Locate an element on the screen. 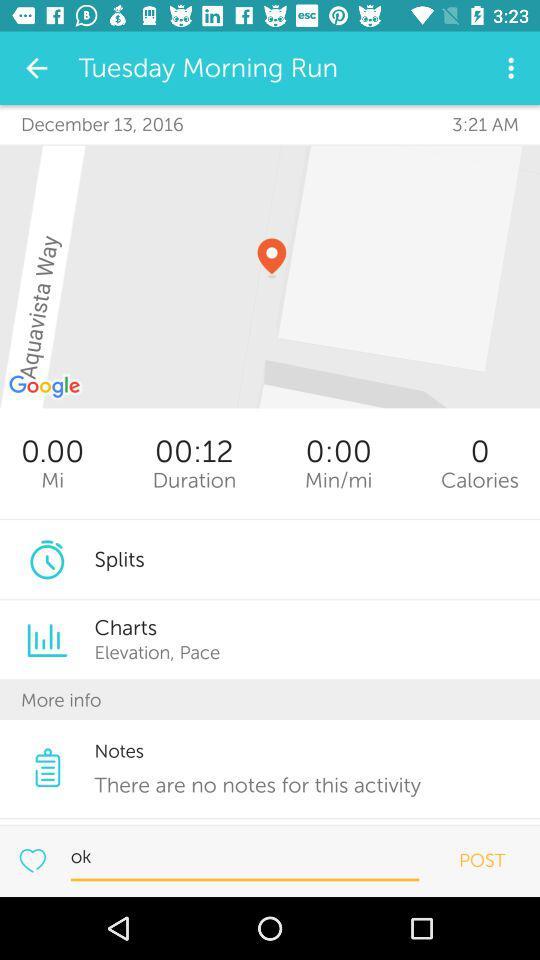  the image left to charts is located at coordinates (47, 639).